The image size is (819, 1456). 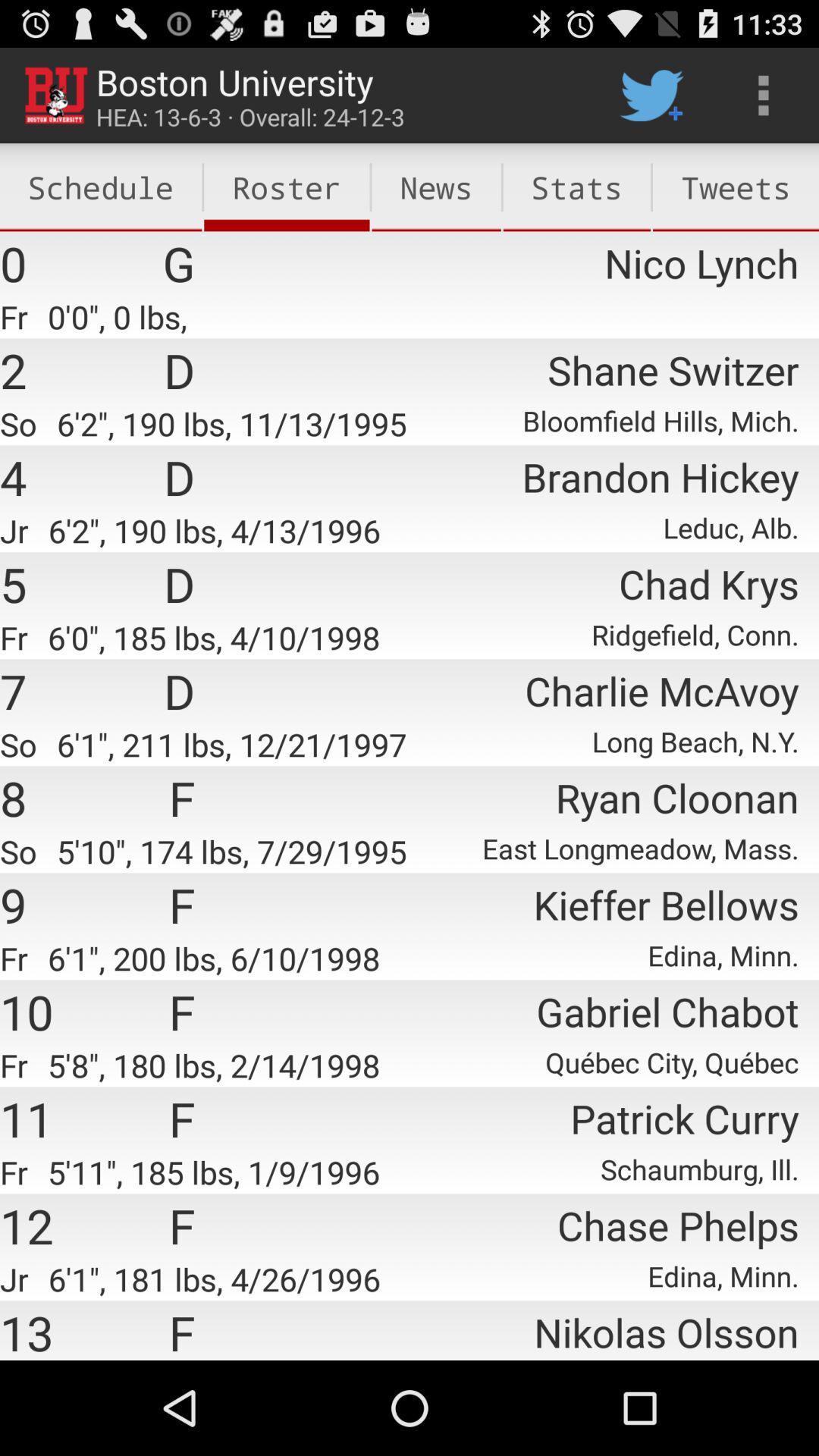 What do you see at coordinates (436, 187) in the screenshot?
I see `the item to the right of the roster icon` at bounding box center [436, 187].